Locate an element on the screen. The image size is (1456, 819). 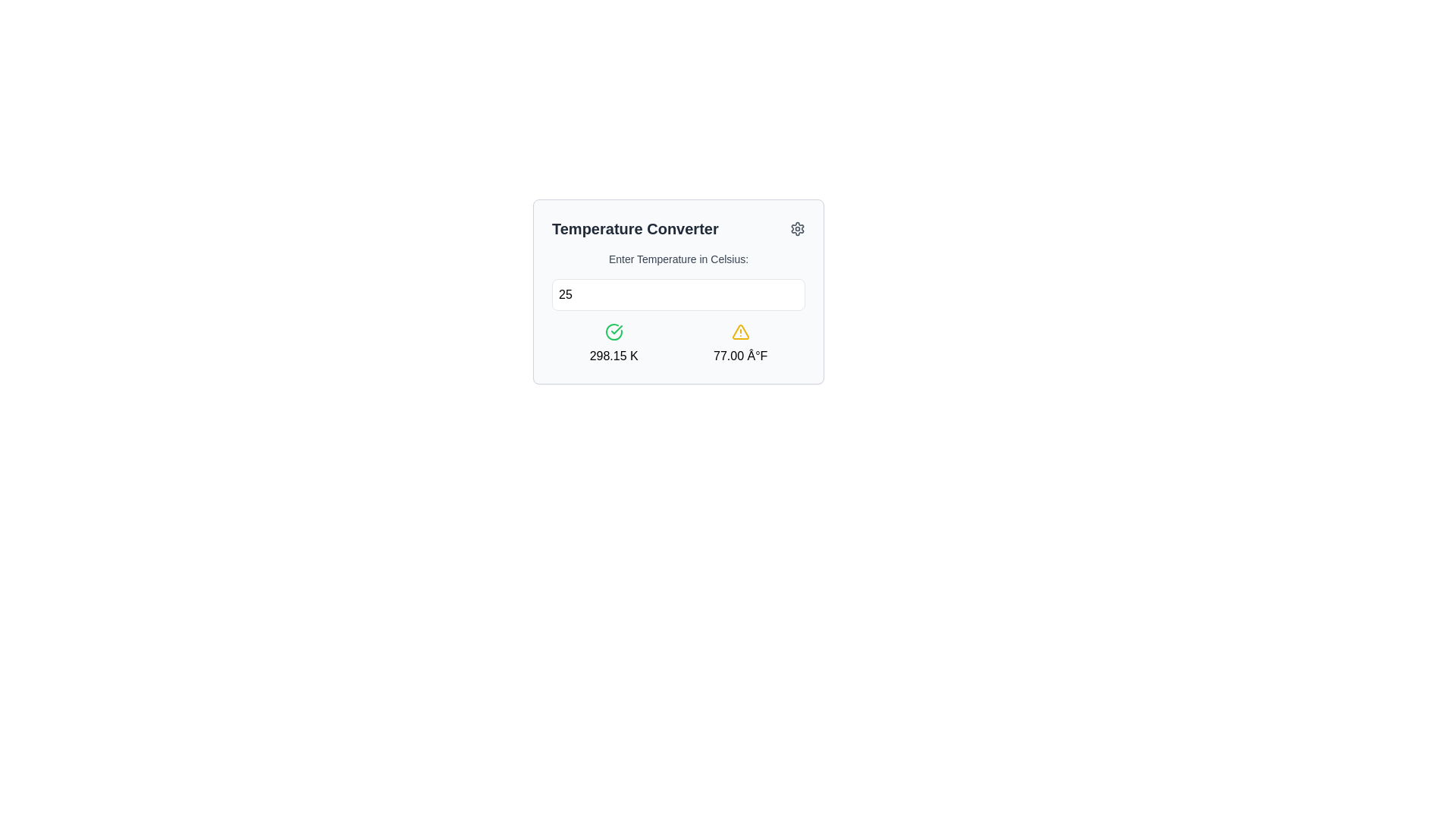
the informational display containing temperature values '298.15 K' and '77.00 °F' is located at coordinates (677, 344).